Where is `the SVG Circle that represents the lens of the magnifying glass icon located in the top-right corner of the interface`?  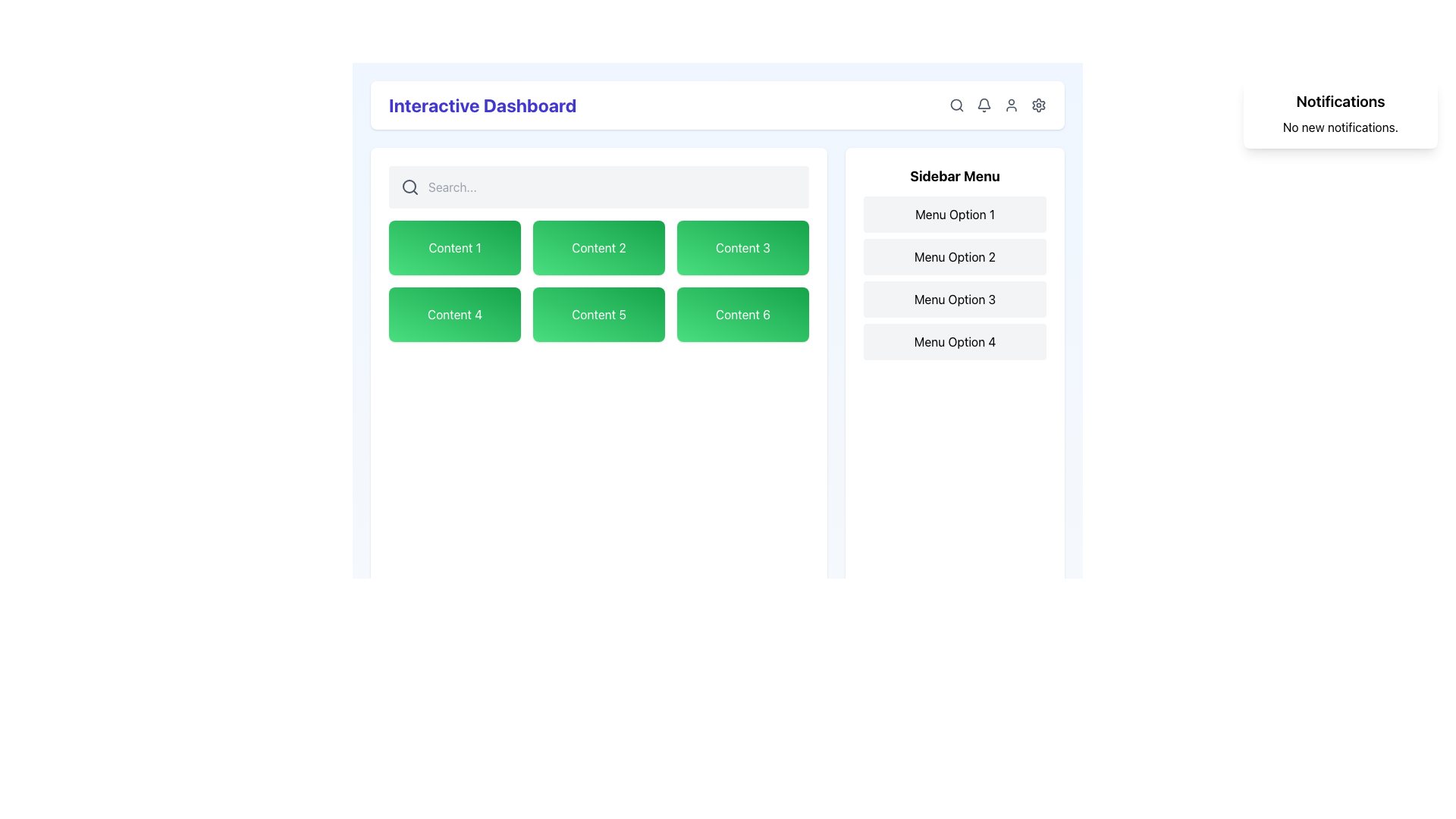
the SVG Circle that represents the lens of the magnifying glass icon located in the top-right corner of the interface is located at coordinates (409, 186).